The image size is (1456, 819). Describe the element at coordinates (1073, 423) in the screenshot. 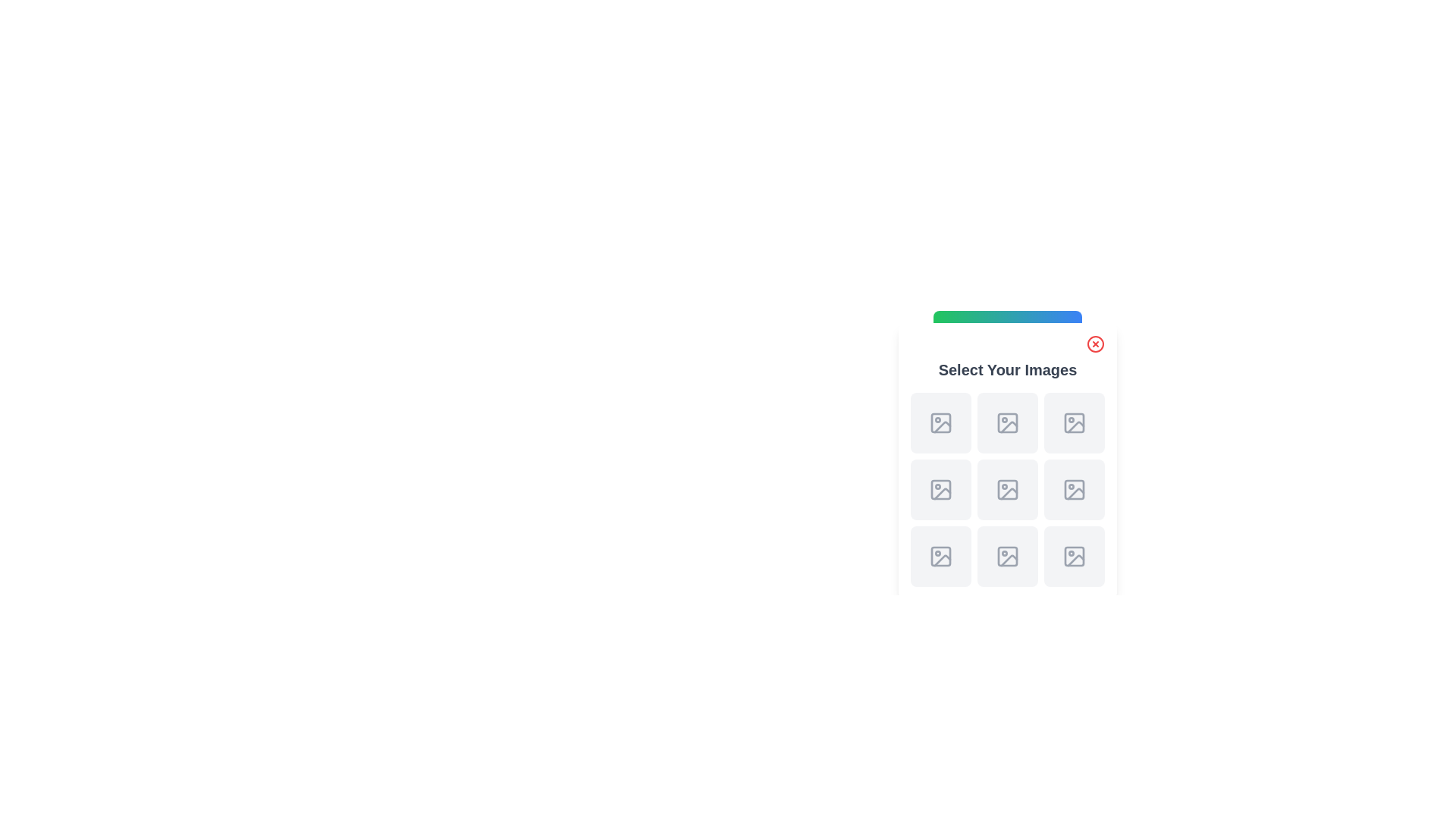

I see `the image placeholder icon located in the second row, third column of a 3x3 grid, which is the only graphical content in that position` at that location.